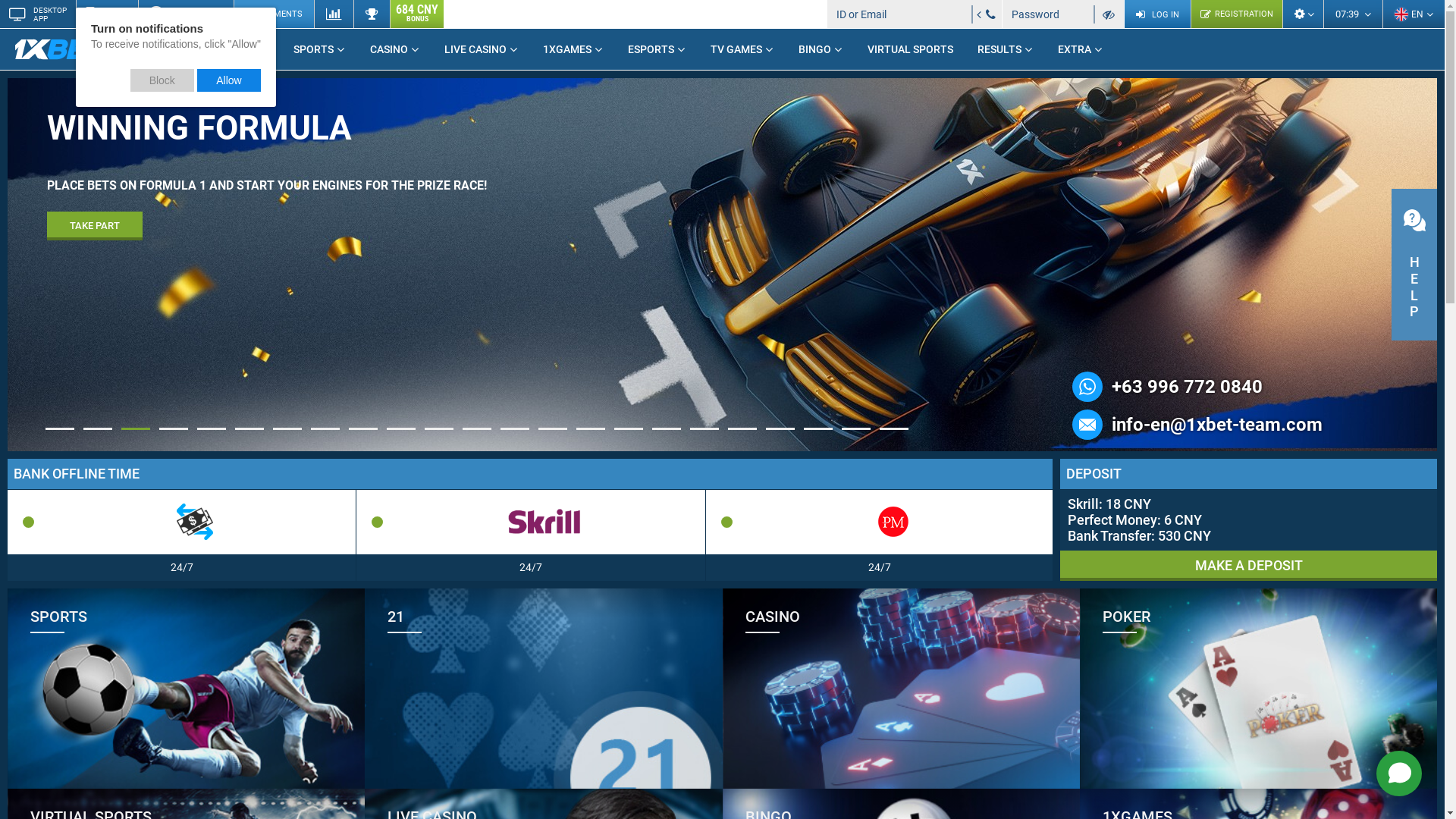 The image size is (1456, 819). Describe the element at coordinates (1236, 14) in the screenshot. I see `'REGISTRATION'` at that location.